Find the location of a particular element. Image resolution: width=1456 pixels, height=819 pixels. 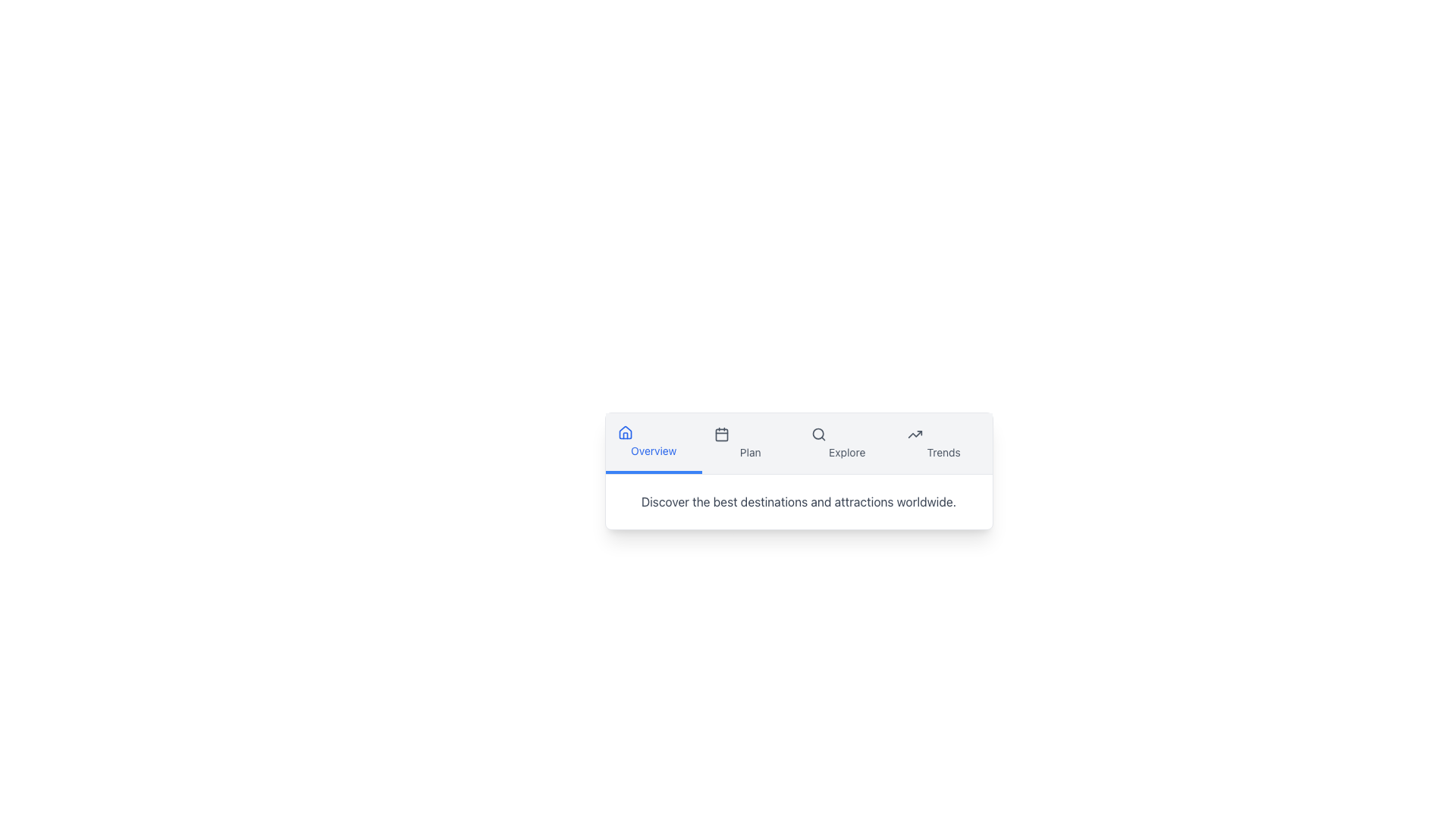

the Navigation bar which contains the tabs 'Overview,' 'Plan,' 'Explore,' and 'Trends.' is located at coordinates (798, 444).